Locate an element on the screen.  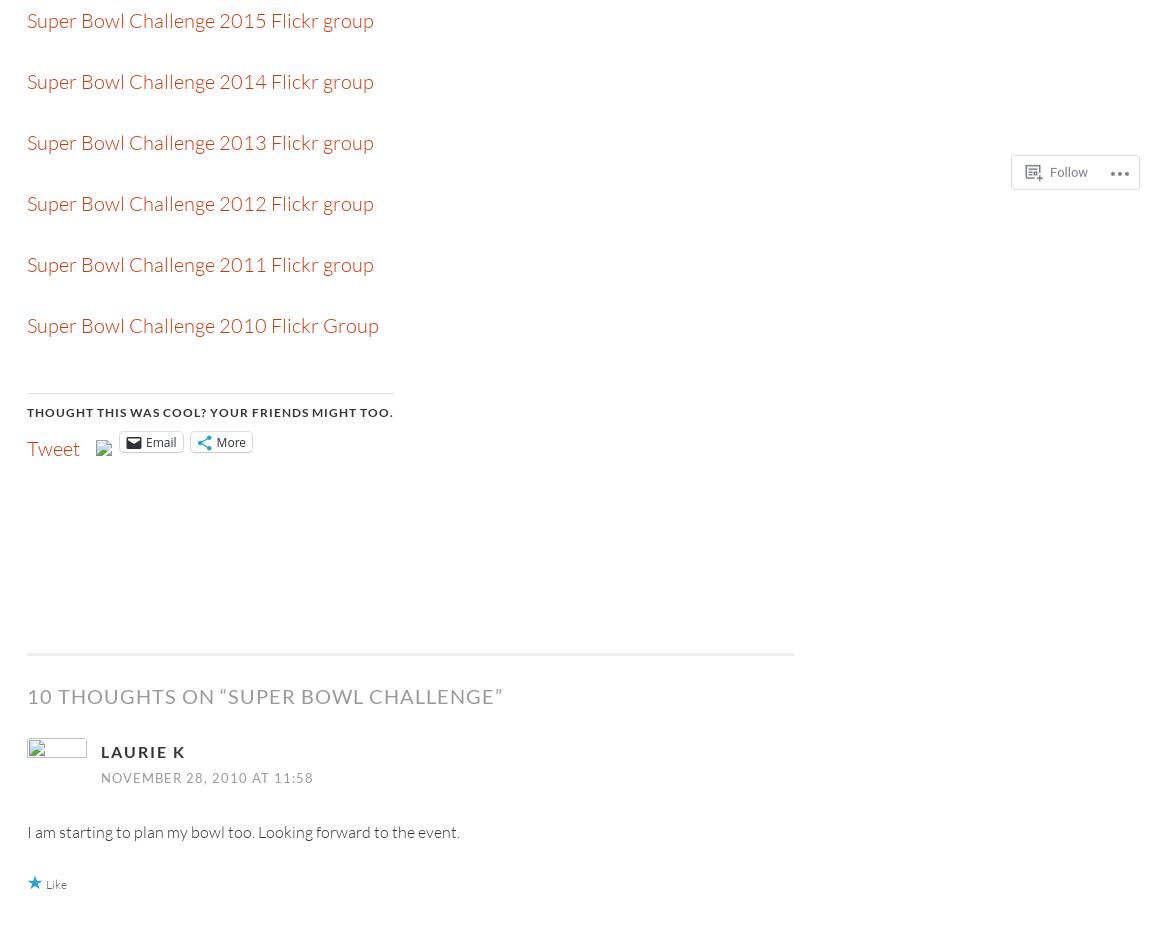
'Like' is located at coordinates (55, 883).